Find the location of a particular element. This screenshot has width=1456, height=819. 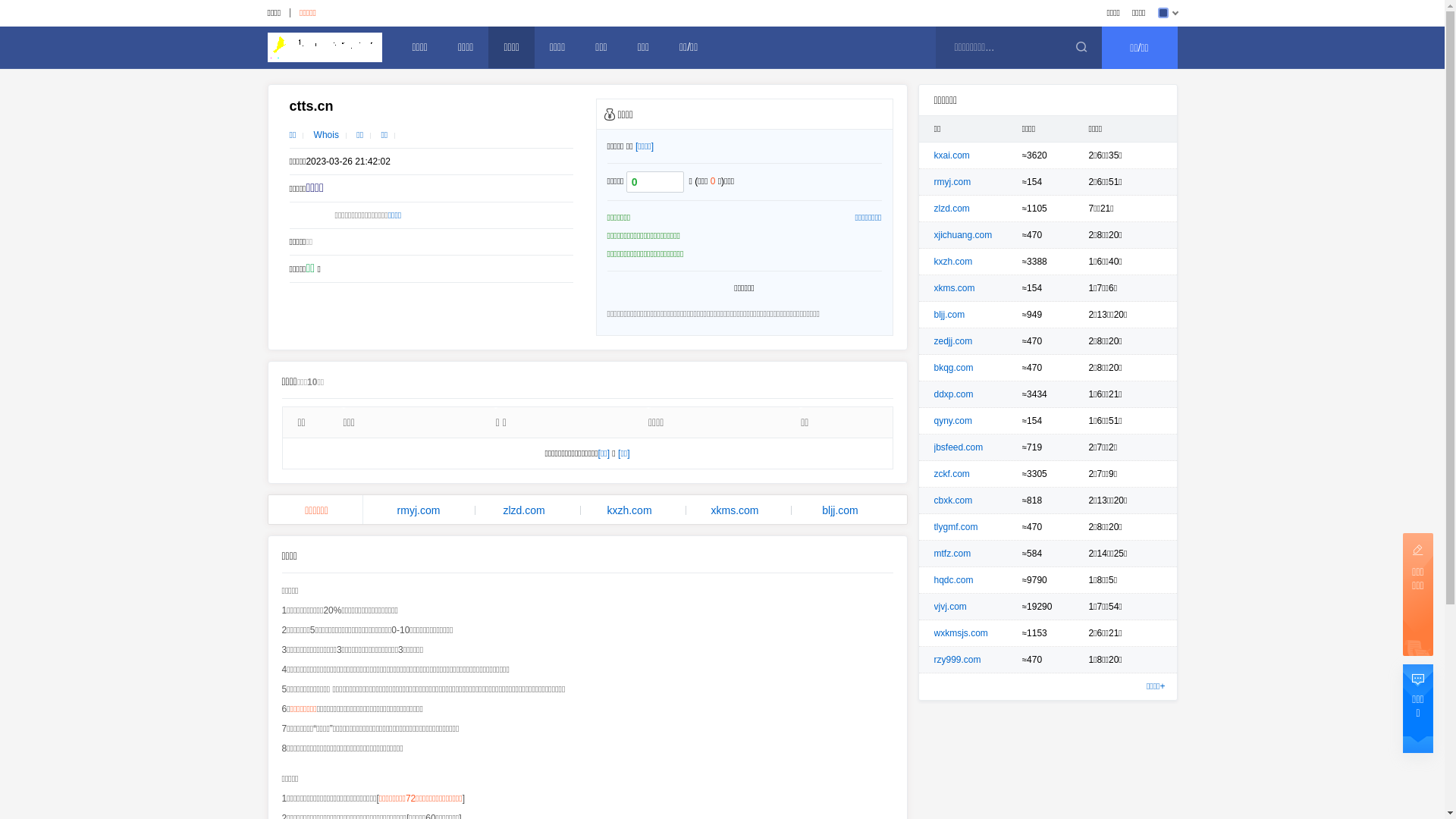

'zedjj.com' is located at coordinates (952, 341).